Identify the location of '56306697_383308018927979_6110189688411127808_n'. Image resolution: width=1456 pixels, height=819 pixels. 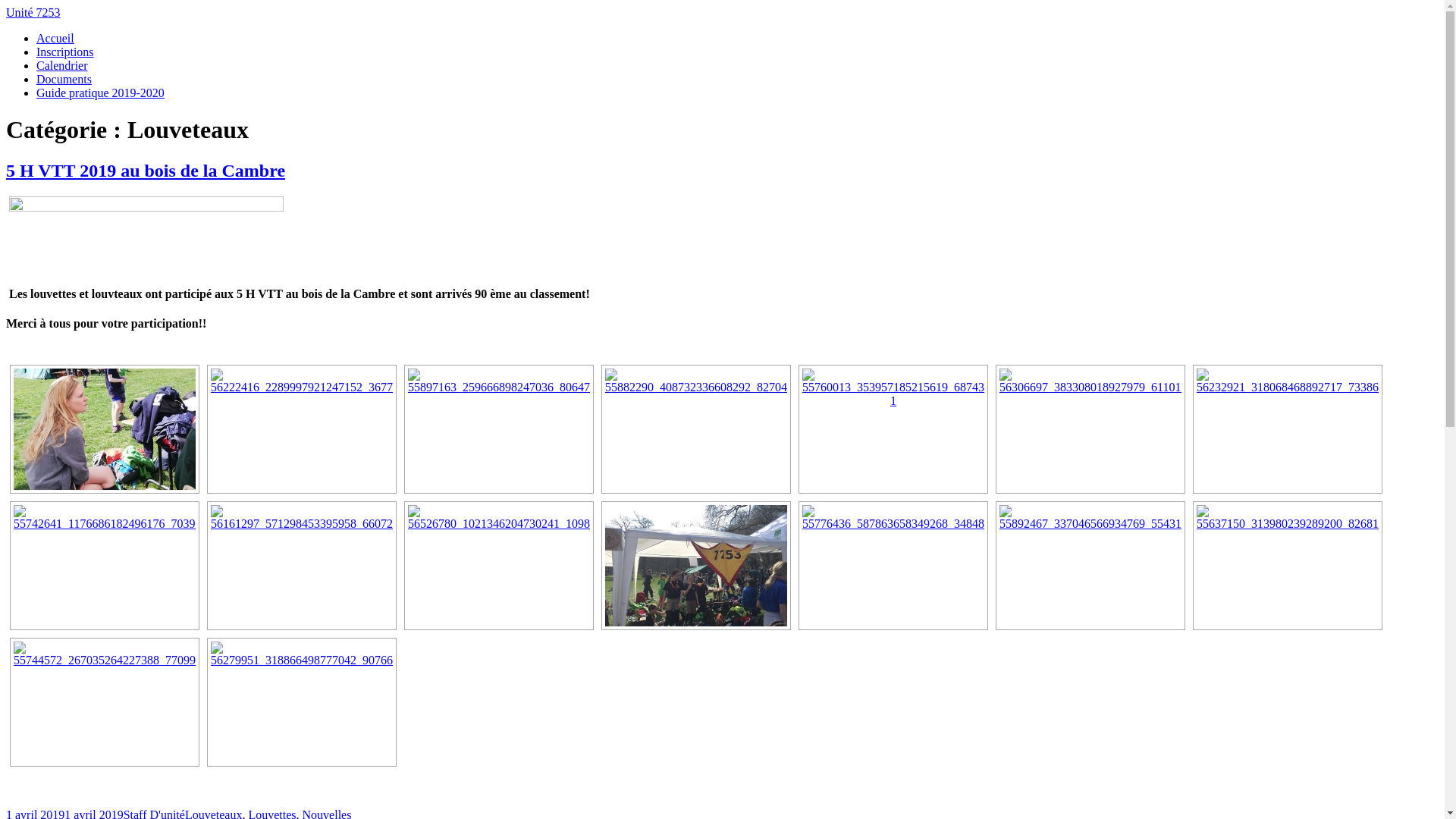
(999, 429).